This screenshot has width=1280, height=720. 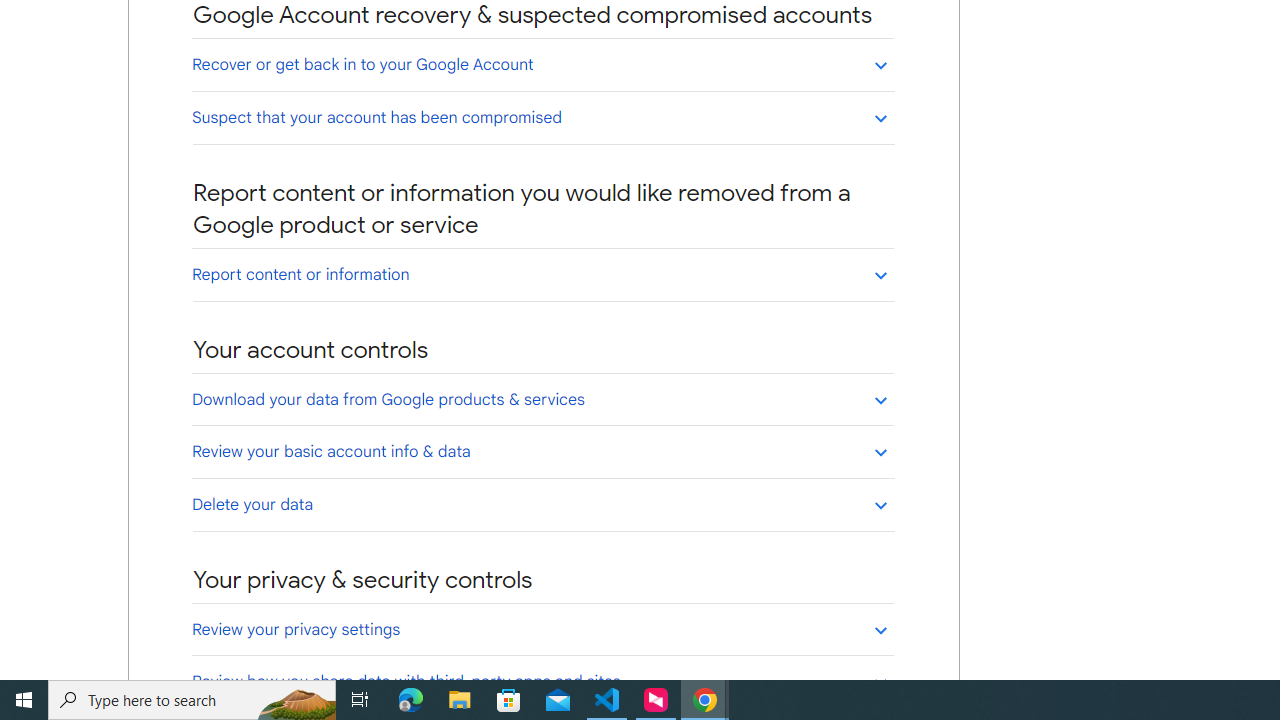 What do you see at coordinates (542, 680) in the screenshot?
I see `'Review how you share data with third-party apps and sites'` at bounding box center [542, 680].